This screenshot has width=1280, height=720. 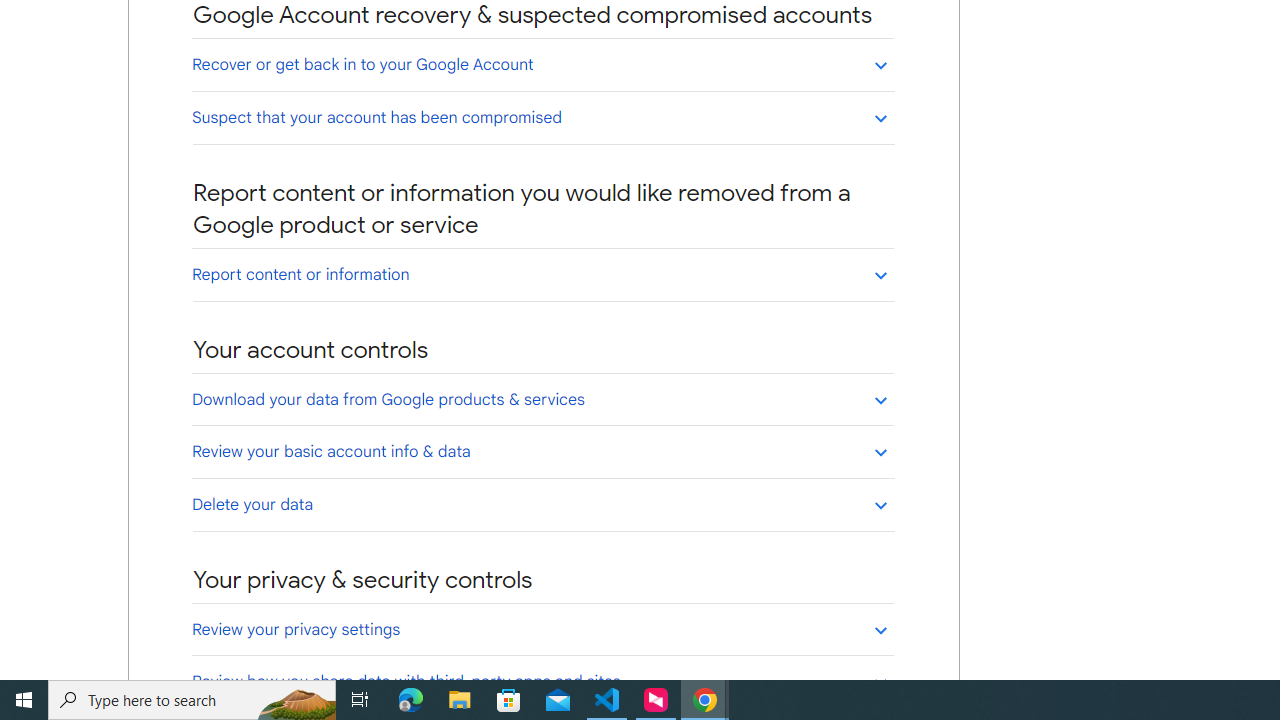 What do you see at coordinates (542, 680) in the screenshot?
I see `'Review how you share data with third-party apps and sites'` at bounding box center [542, 680].